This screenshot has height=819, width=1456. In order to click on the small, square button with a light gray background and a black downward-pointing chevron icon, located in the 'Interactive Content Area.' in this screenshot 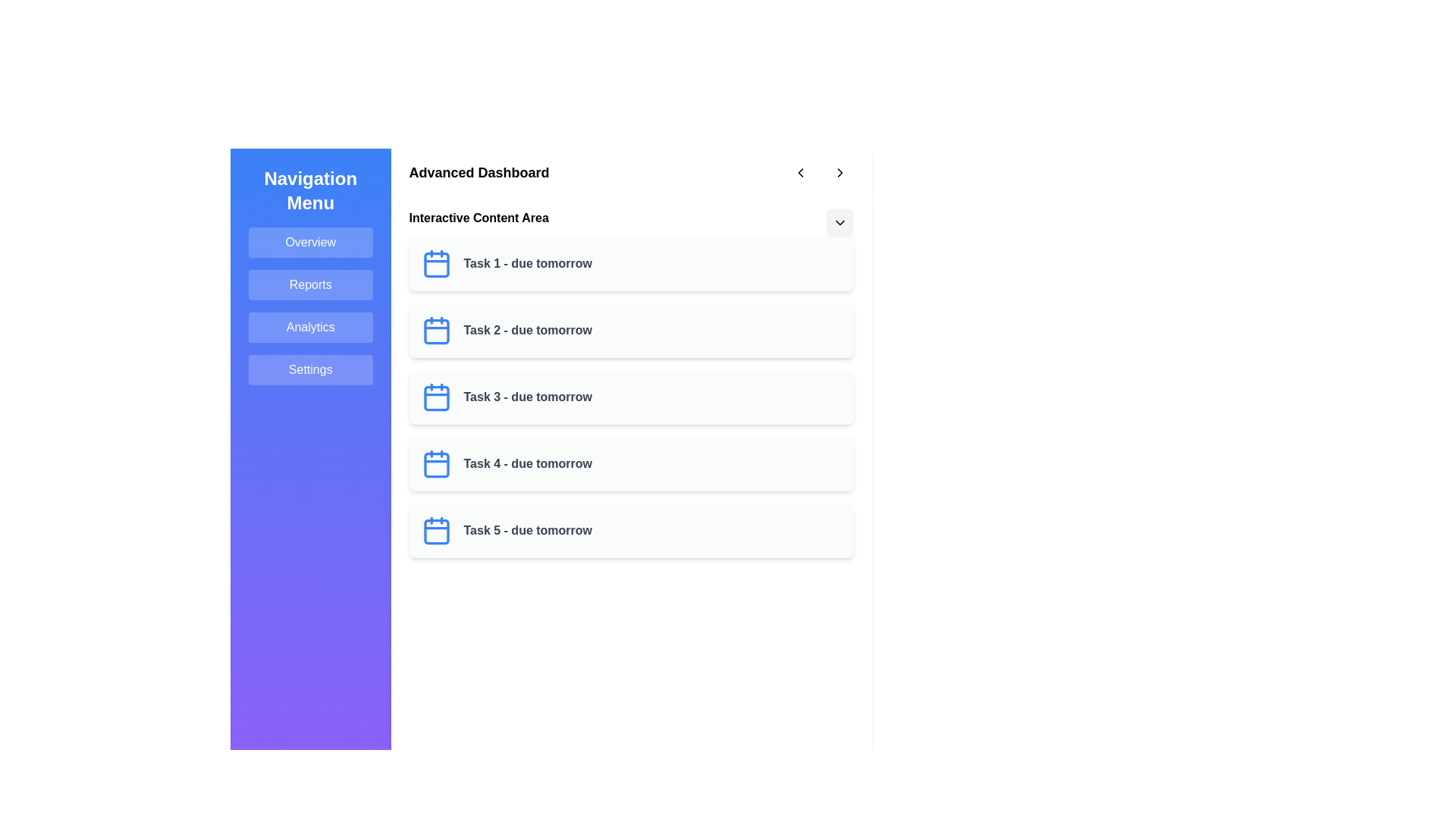, I will do `click(839, 222)`.